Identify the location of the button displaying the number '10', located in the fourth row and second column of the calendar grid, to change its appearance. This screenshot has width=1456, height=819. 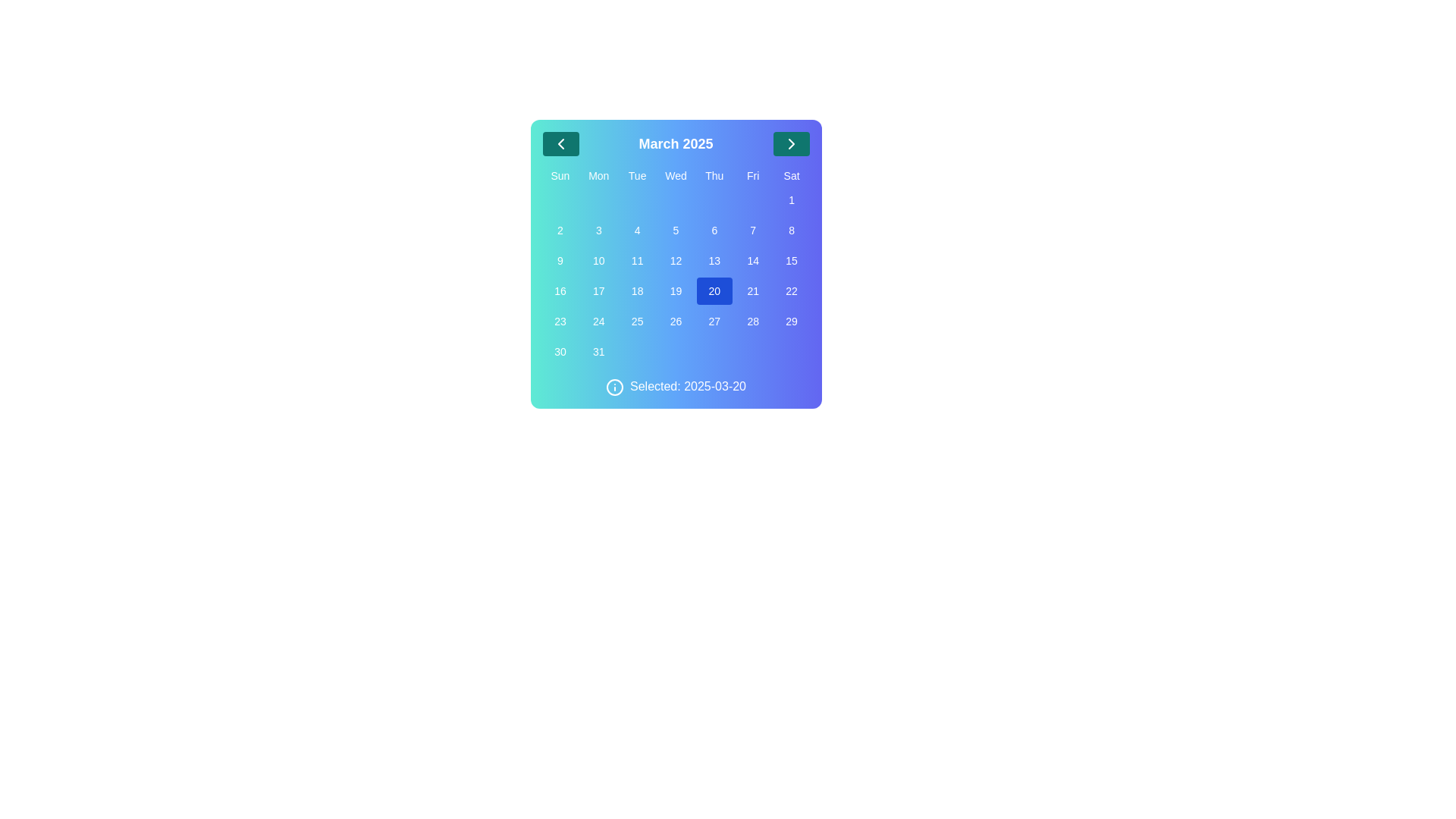
(598, 259).